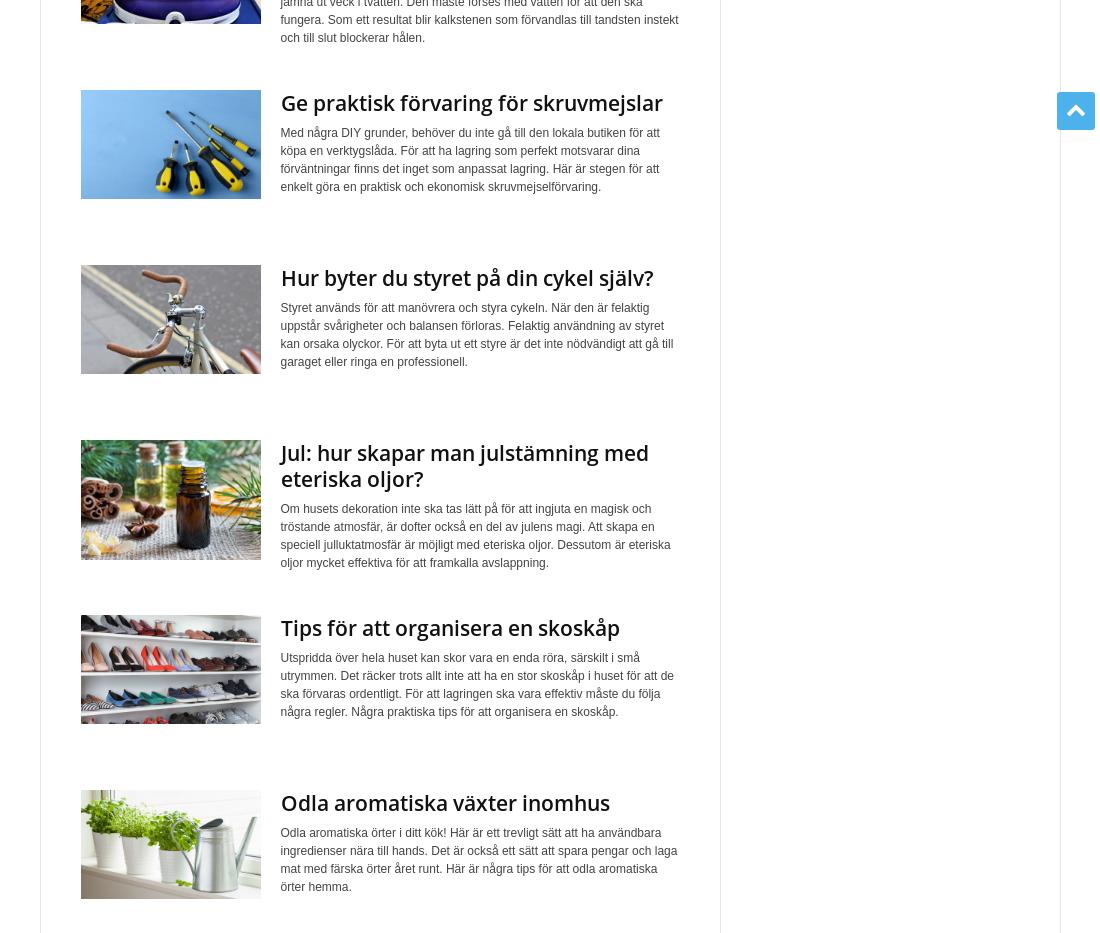 The width and height of the screenshot is (1100, 933). Describe the element at coordinates (278, 160) in the screenshot. I see `'Med några DIY grunder, behöver du inte gå till den lokala butiken för att köpa en verktygslåda. För att ha lagring som perfekt motsvarar dina förväntningar finns det inget som anpassat lagring. Här är stegen för att enkelt göra en praktisk och ekonomisk skruvmejselförvaring.'` at that location.